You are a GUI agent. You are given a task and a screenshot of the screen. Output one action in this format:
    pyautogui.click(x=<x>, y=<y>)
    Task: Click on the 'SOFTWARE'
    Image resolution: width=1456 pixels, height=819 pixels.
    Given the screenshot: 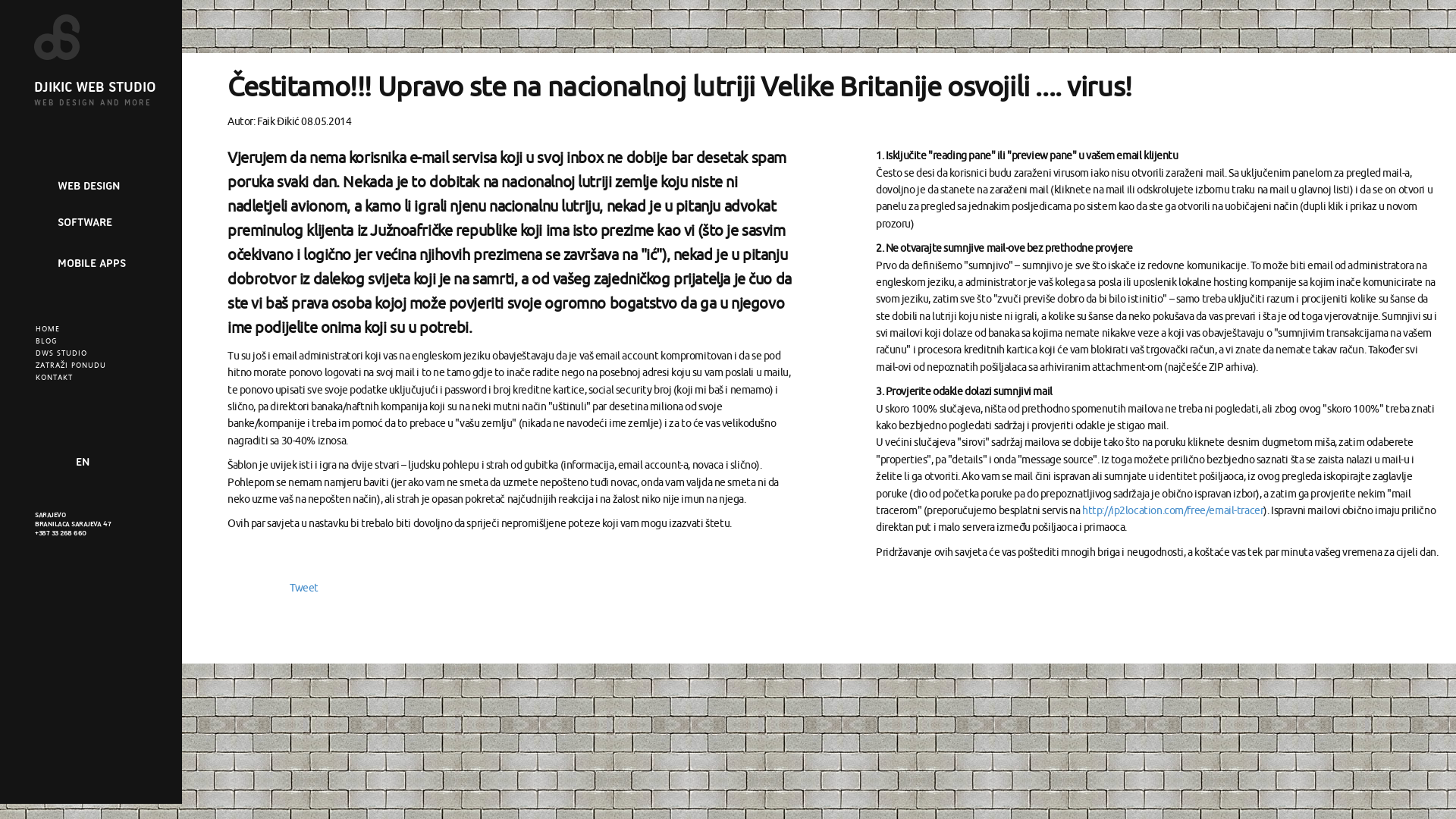 What is the action you would take?
    pyautogui.click(x=83, y=222)
    